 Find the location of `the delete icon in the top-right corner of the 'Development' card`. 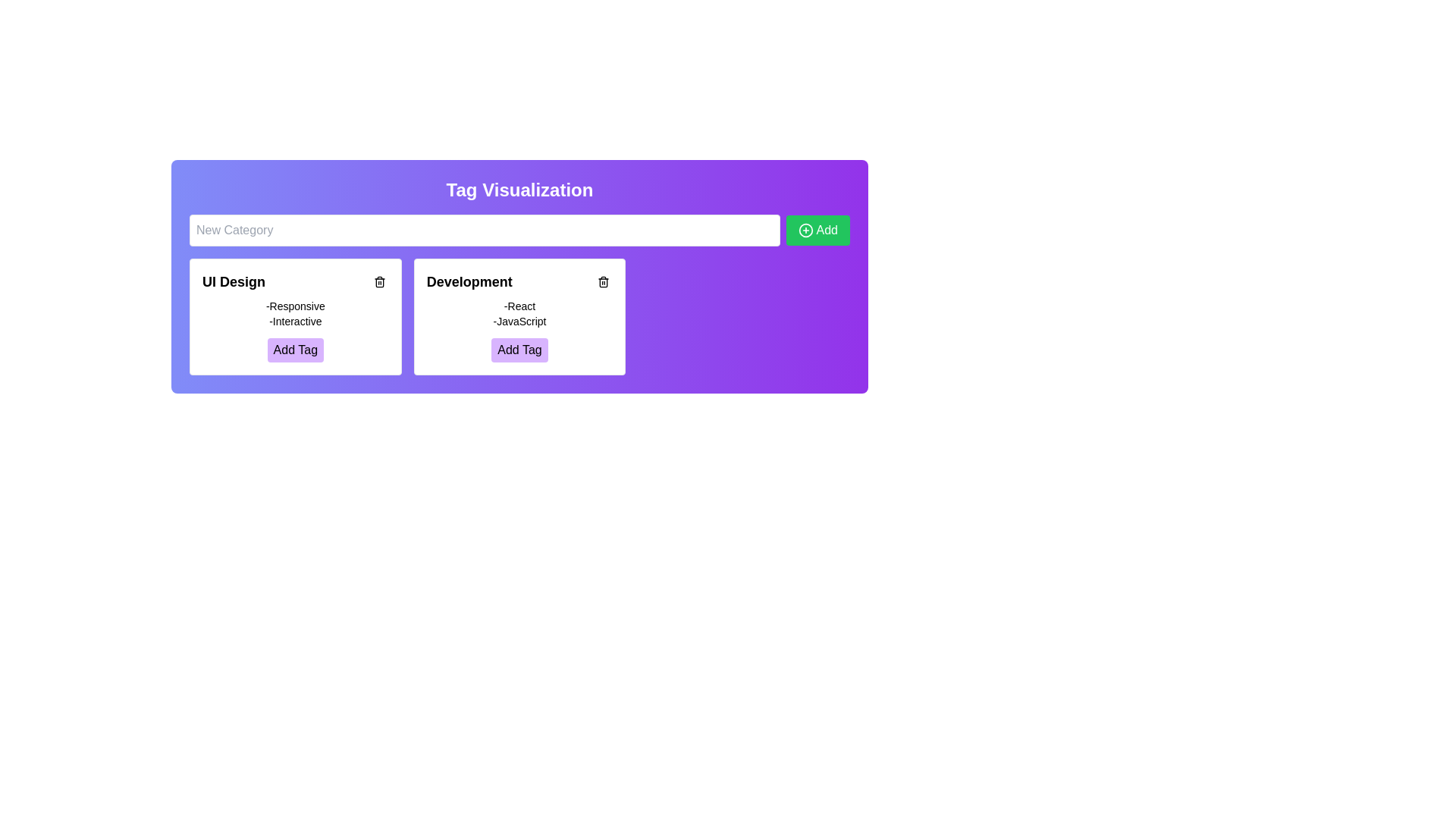

the delete icon in the top-right corner of the 'Development' card is located at coordinates (603, 283).